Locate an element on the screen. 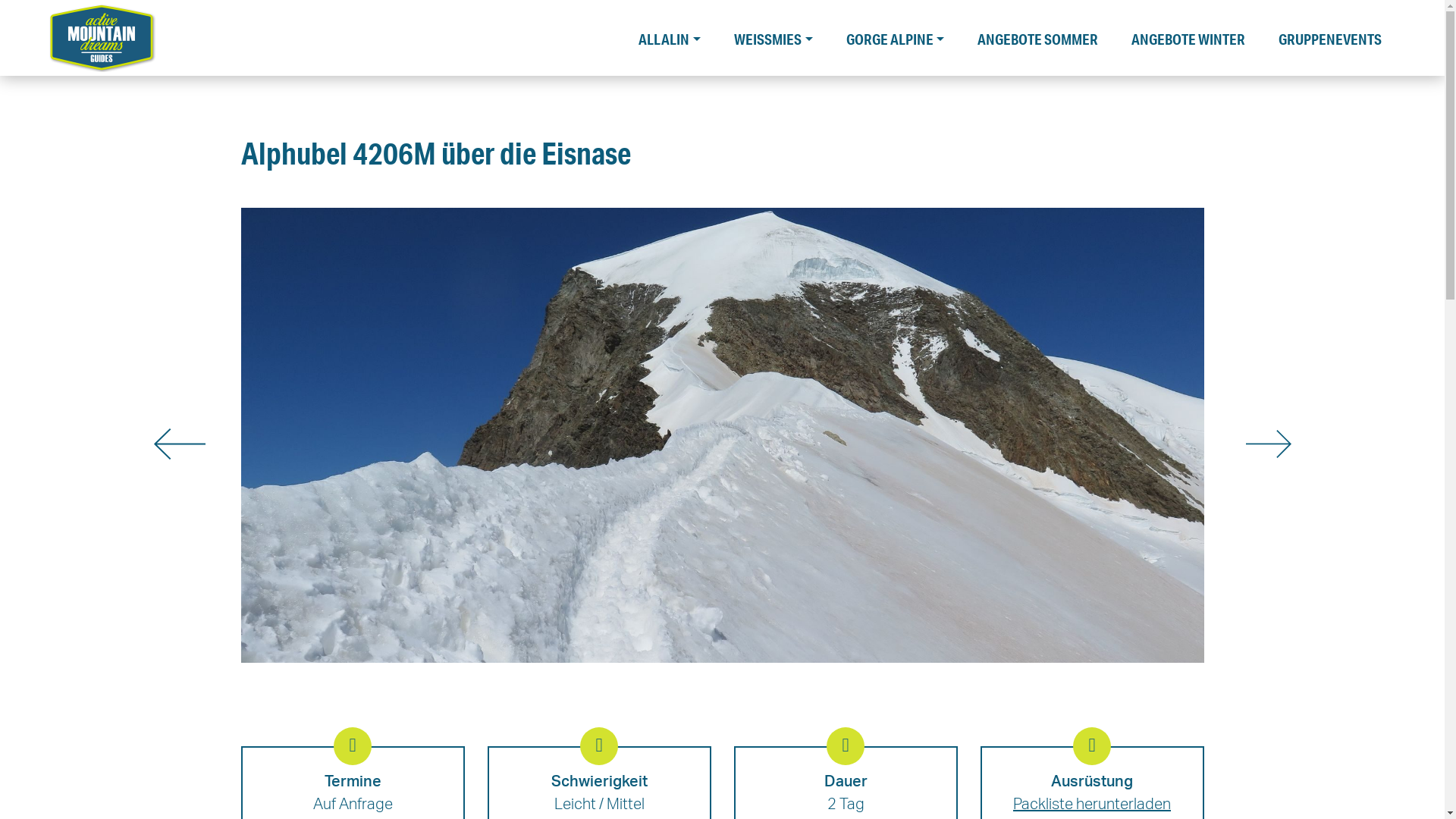 Image resolution: width=1456 pixels, height=819 pixels. 'ANGEBOTE SOMMER' is located at coordinates (1037, 34).